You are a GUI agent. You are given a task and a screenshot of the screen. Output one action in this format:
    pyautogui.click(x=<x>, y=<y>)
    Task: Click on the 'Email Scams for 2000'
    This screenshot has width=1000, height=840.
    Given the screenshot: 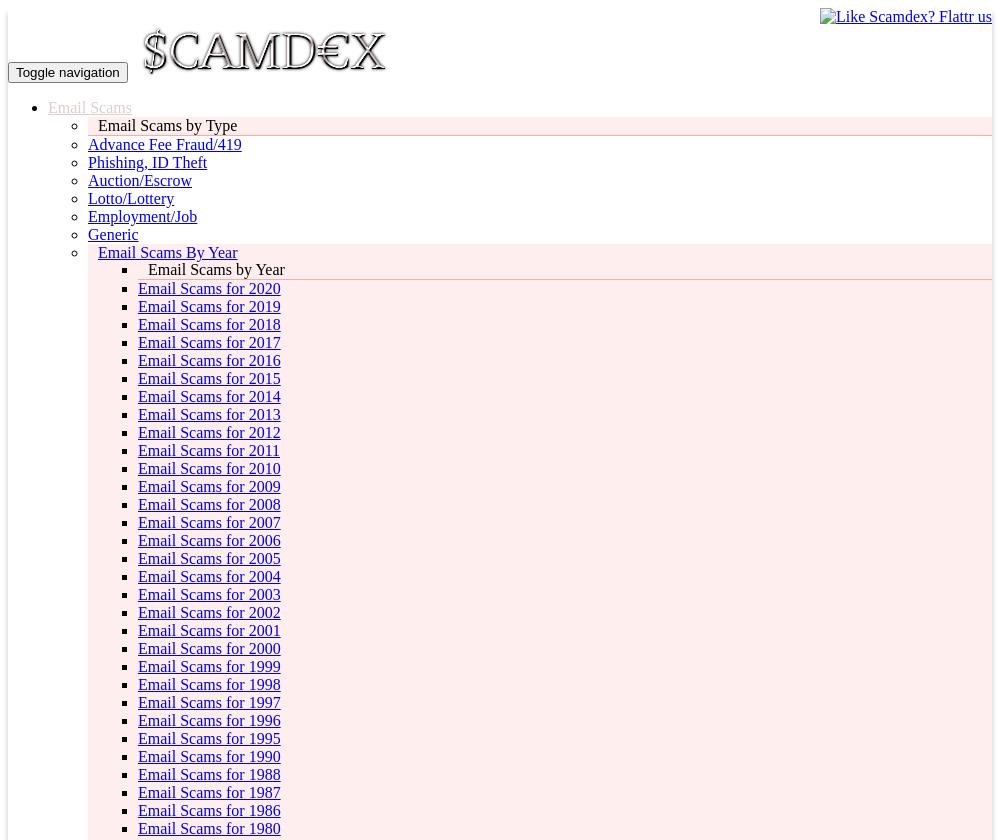 What is the action you would take?
    pyautogui.click(x=208, y=648)
    